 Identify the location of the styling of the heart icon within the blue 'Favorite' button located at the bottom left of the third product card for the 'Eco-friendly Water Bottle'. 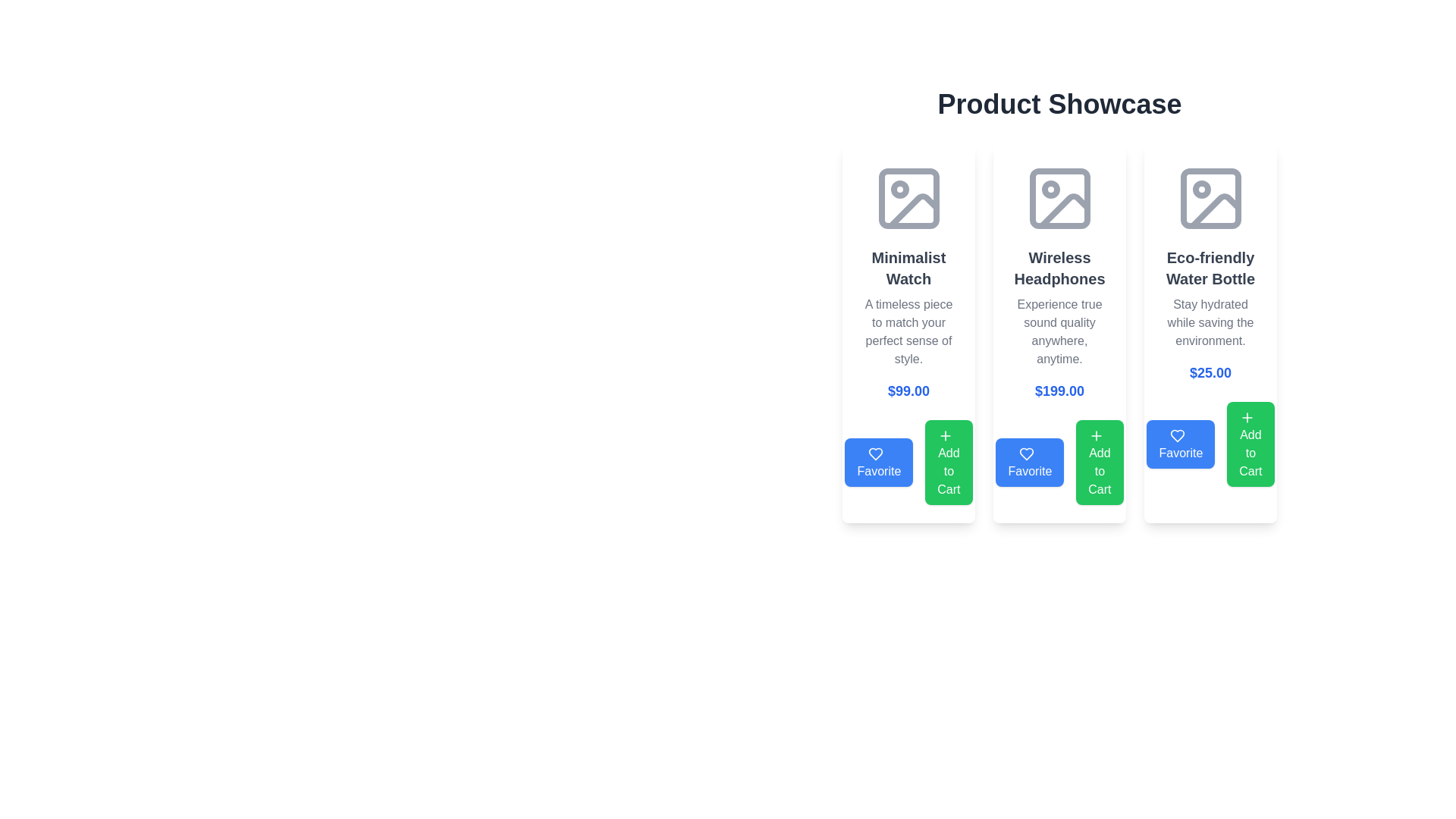
(1177, 435).